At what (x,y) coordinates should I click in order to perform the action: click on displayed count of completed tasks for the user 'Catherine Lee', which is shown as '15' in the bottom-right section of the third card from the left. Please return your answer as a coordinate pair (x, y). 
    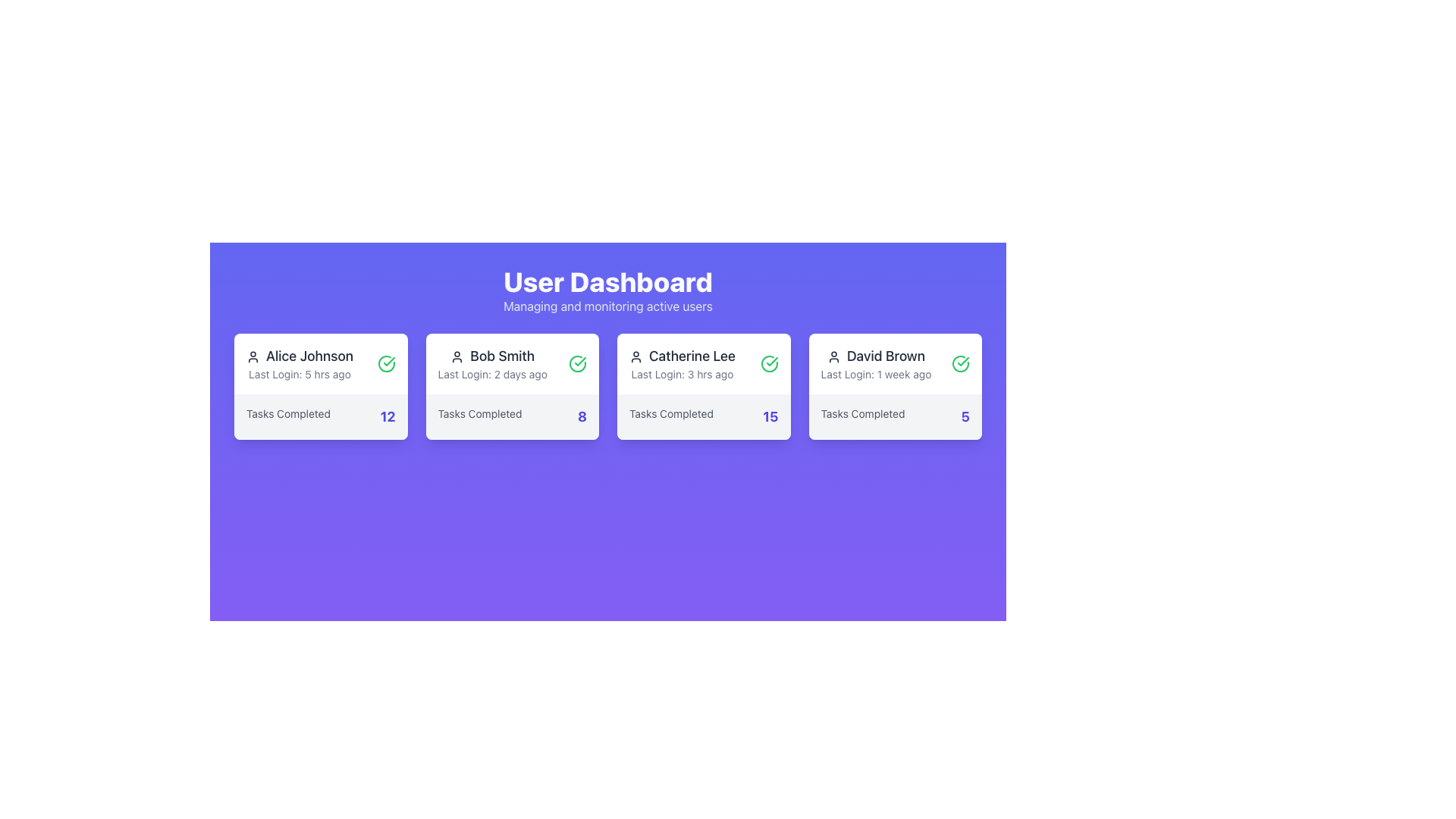
    Looking at the image, I should click on (770, 417).